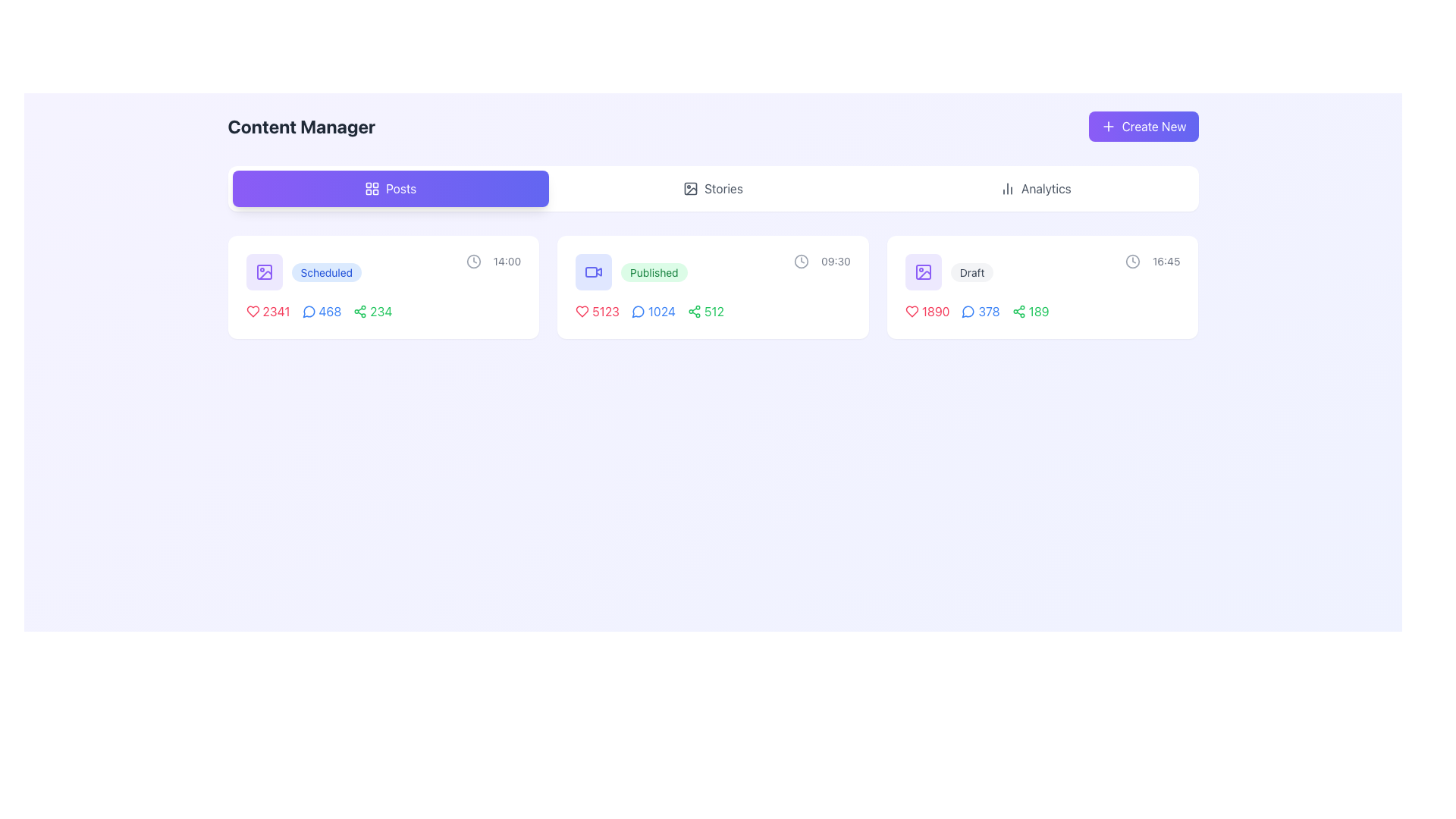 The image size is (1456, 819). What do you see at coordinates (329, 311) in the screenshot?
I see `the Text label representing the count of comments or interactions, located within the content card layout` at bounding box center [329, 311].